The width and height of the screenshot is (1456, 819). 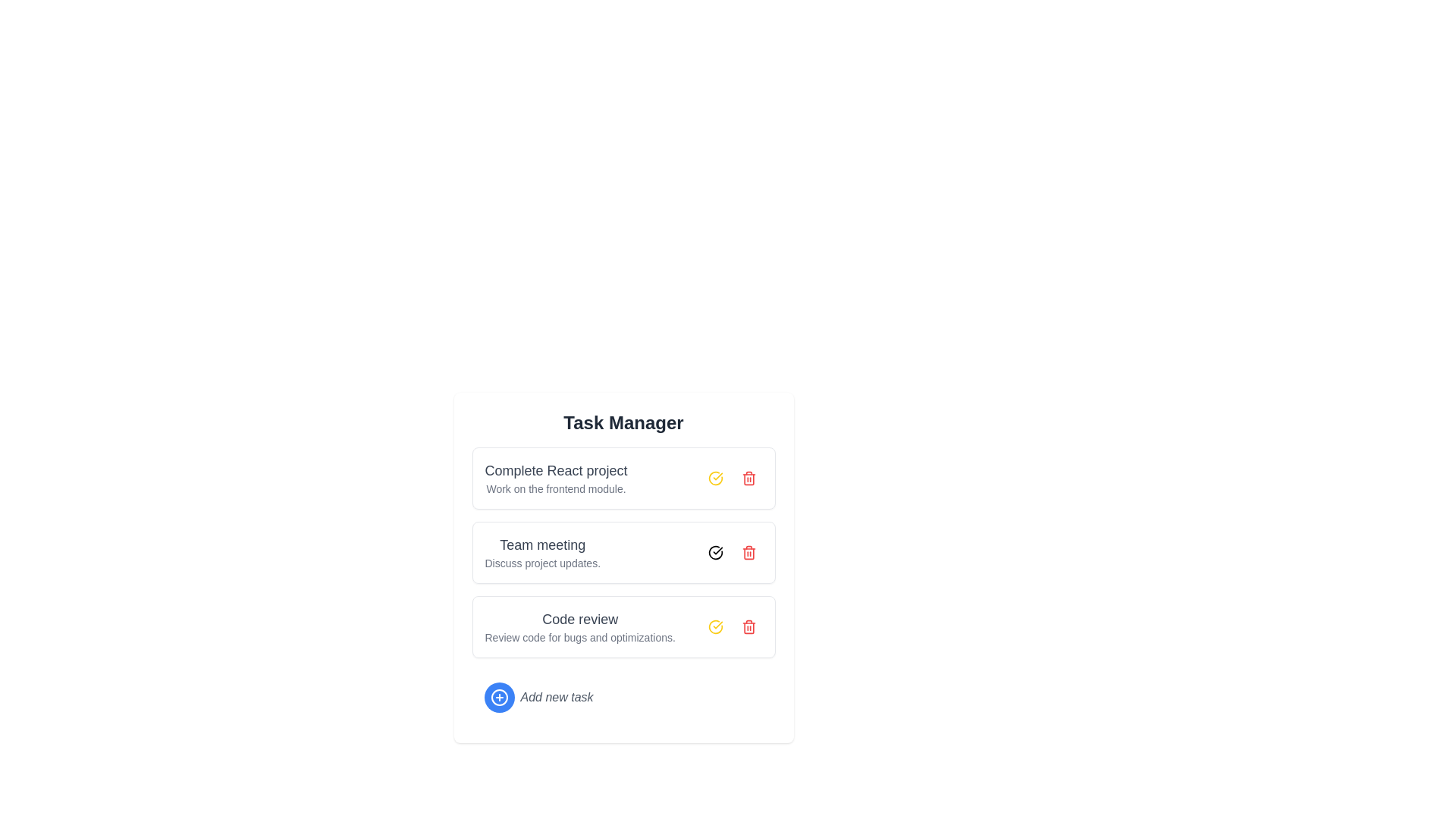 I want to click on the text block containing the title 'Code review' and the description 'Review code for bugs and optimizations.' located in the third task card of the Task Manager interface, so click(x=579, y=626).